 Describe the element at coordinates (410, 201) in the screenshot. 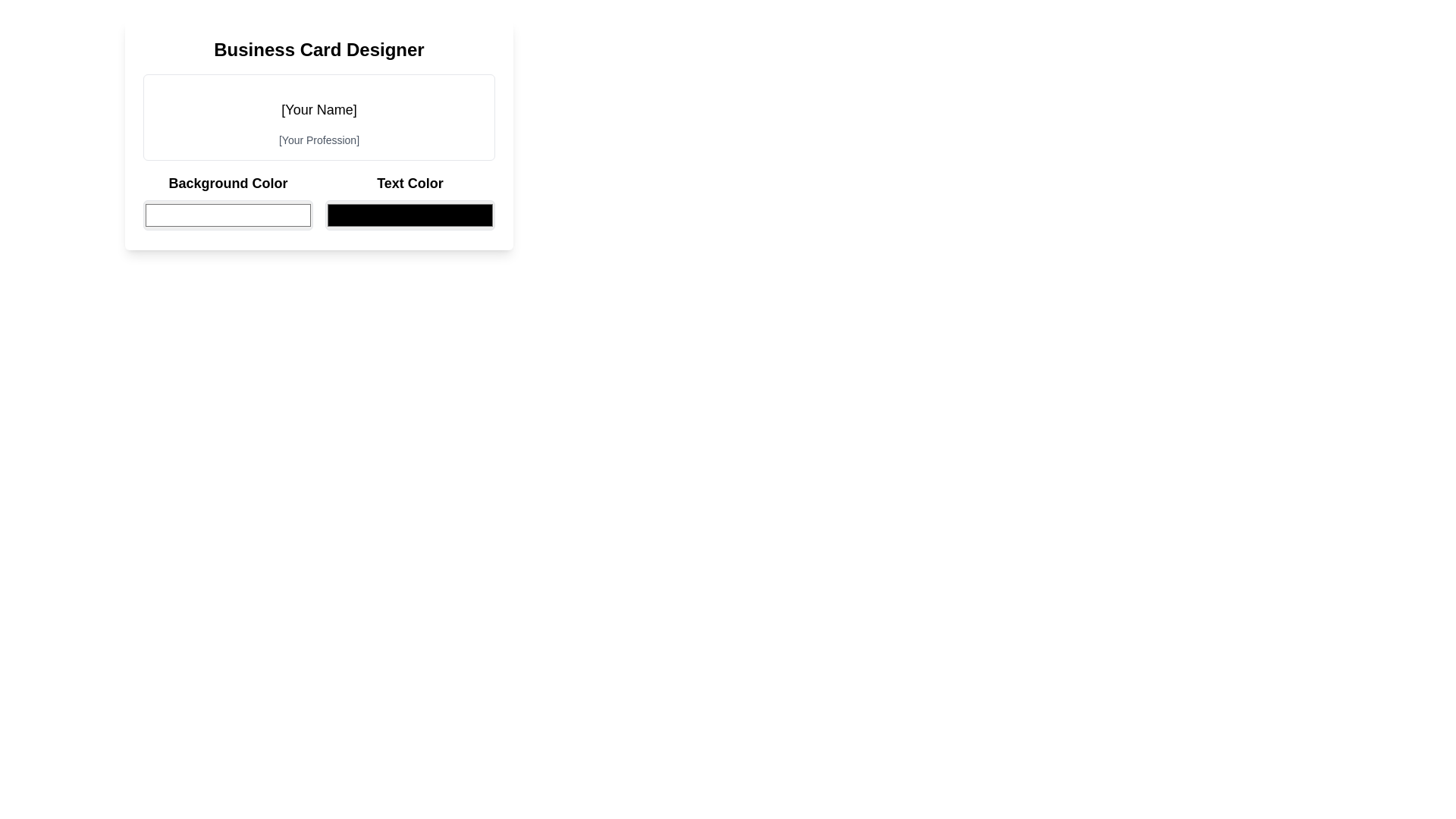

I see `the Color Display Area located in the top-right cell of the grid beneath the 'Text Color' label` at that location.